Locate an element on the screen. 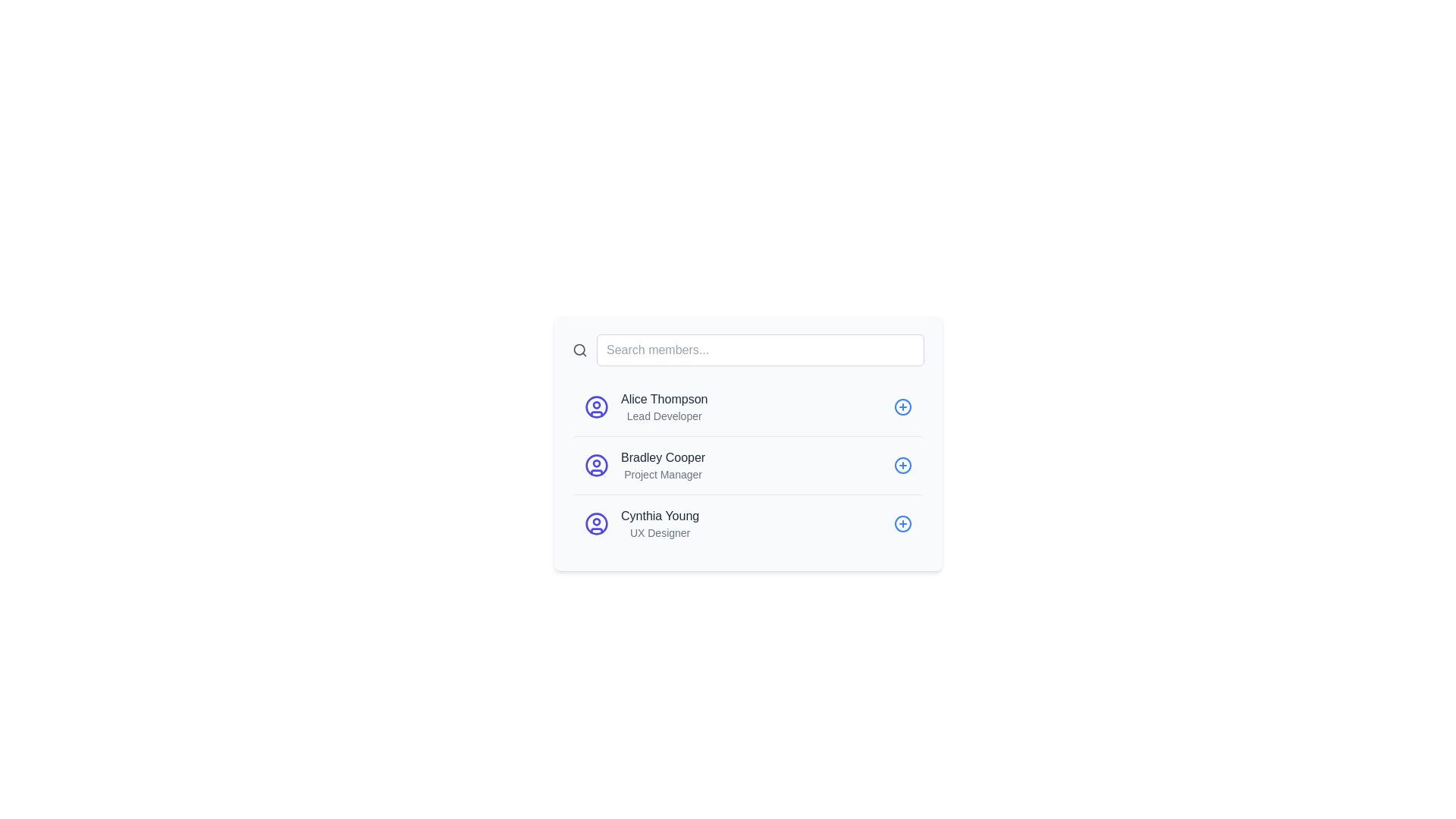 This screenshot has height=819, width=1456. the circular plus icon associated with the contact information of 'Bradley Cooper - Project Manager' is located at coordinates (902, 464).